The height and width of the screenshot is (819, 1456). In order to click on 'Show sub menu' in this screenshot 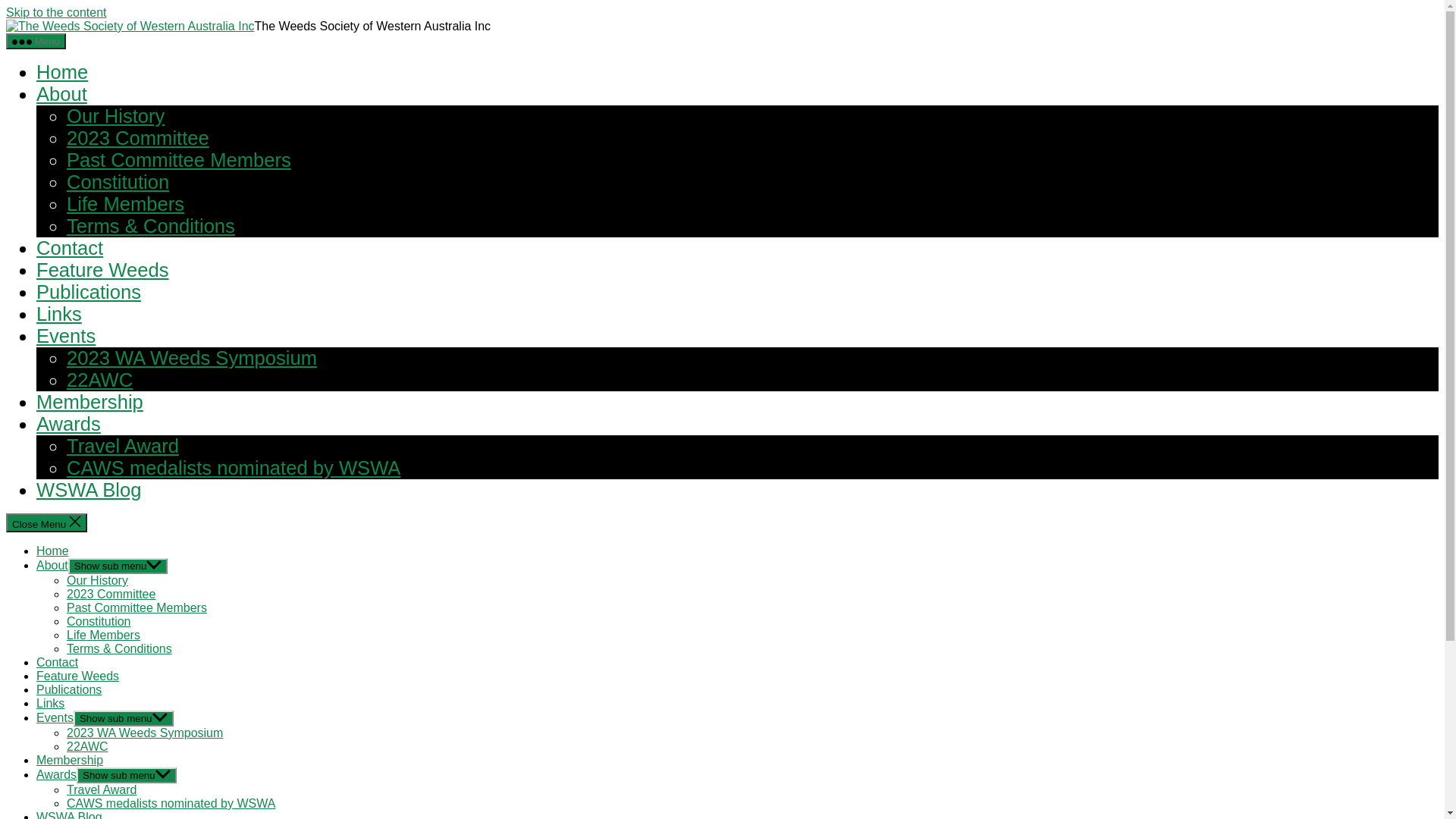, I will do `click(127, 775)`.